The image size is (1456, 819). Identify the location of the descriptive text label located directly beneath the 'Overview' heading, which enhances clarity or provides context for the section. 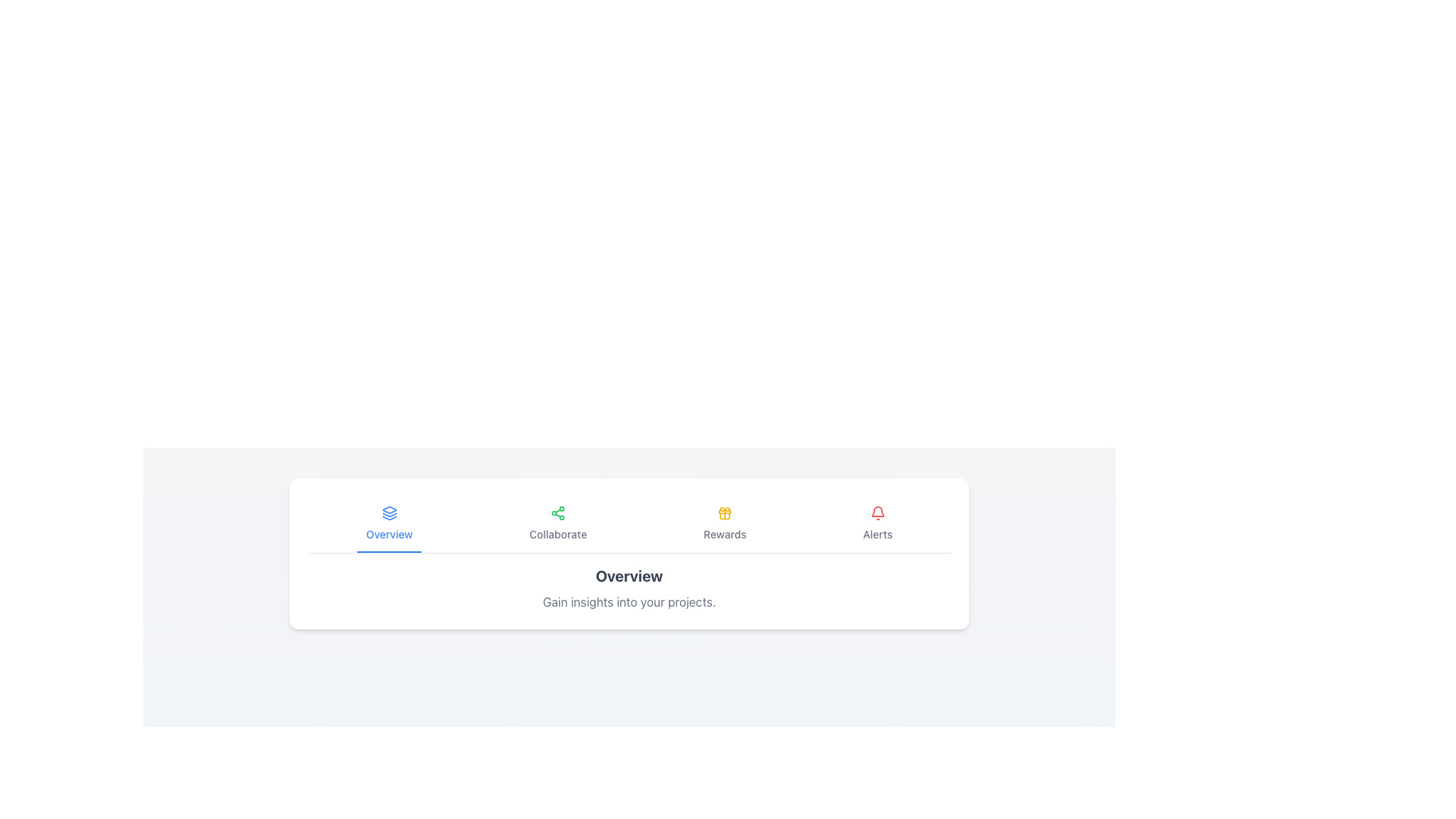
(629, 601).